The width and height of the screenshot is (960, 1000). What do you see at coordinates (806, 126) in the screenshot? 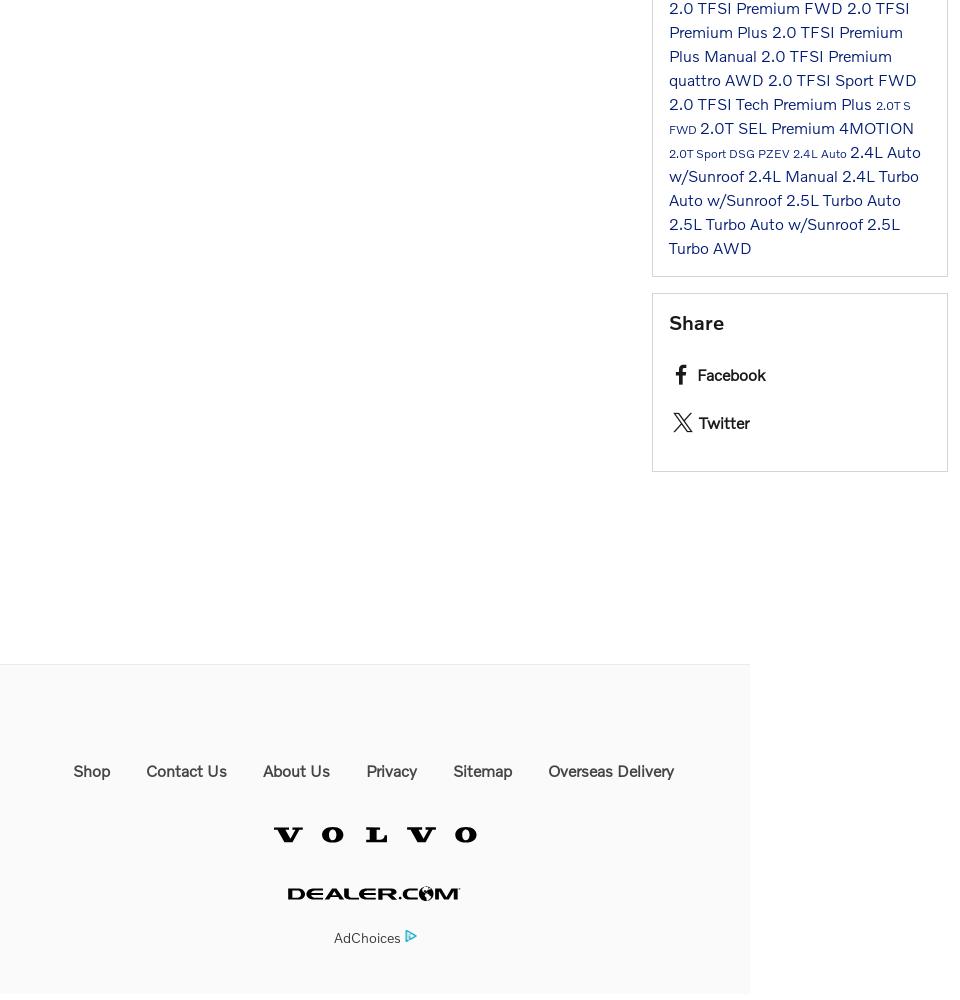
I see `'2.0T SEL Premium 4MOTION'` at bounding box center [806, 126].